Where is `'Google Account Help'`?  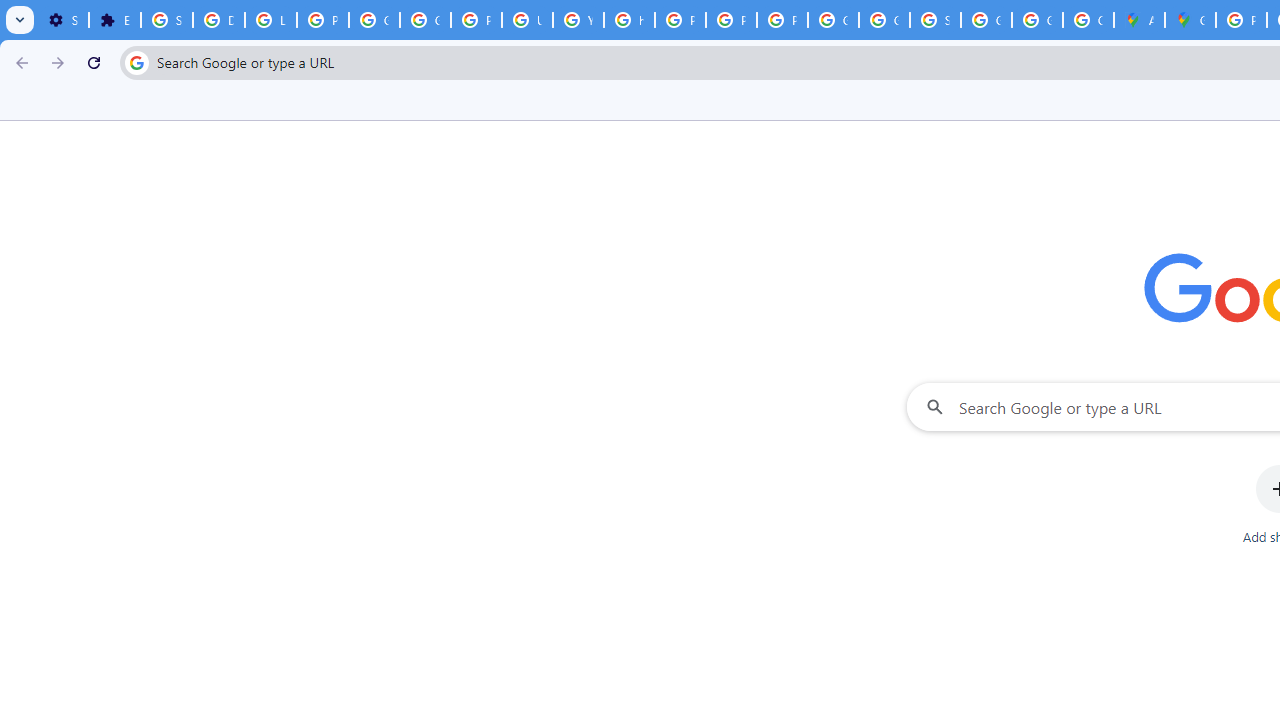 'Google Account Help' is located at coordinates (423, 20).